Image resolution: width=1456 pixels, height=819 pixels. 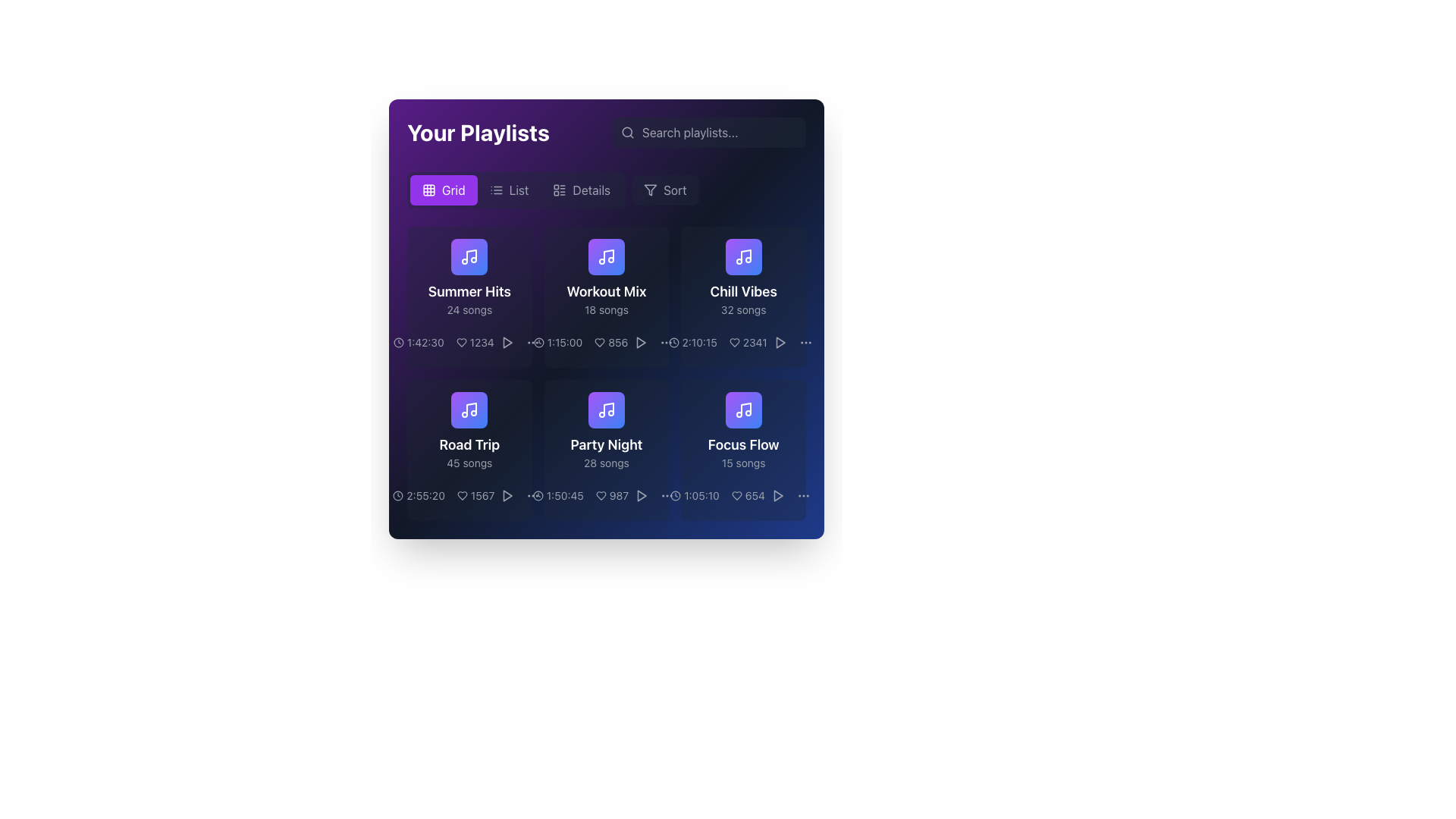 I want to click on the duration display of the 'Summer Hits' playlist, which is located in the second row of the playlists grid, under the playlist card, and is the first item in the metadata list, so click(x=419, y=342).